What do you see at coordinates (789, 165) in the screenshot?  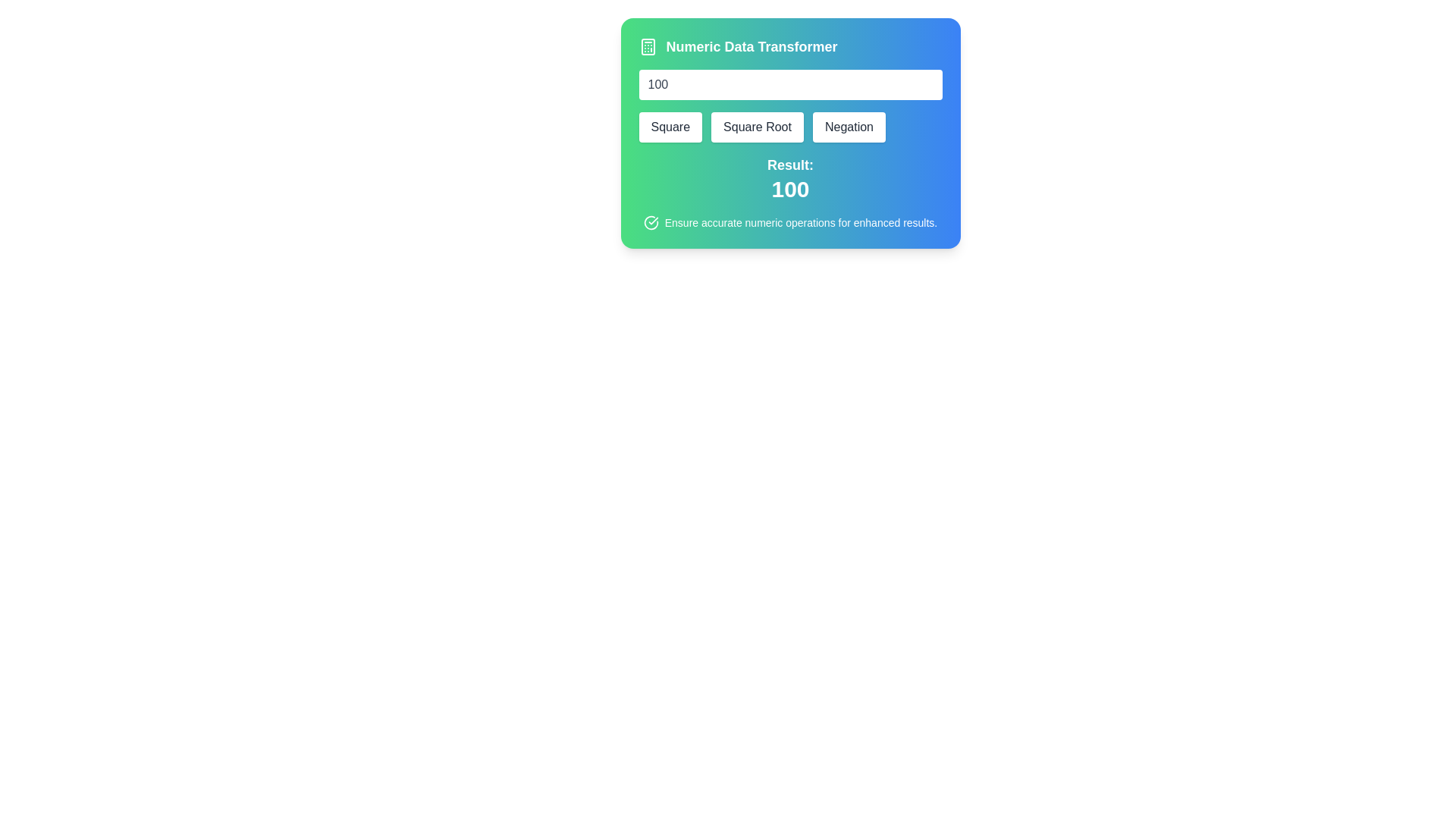 I see `the Text label that denotes the meaning of the value displayed below it, positioned above the bold '100' text element` at bounding box center [789, 165].